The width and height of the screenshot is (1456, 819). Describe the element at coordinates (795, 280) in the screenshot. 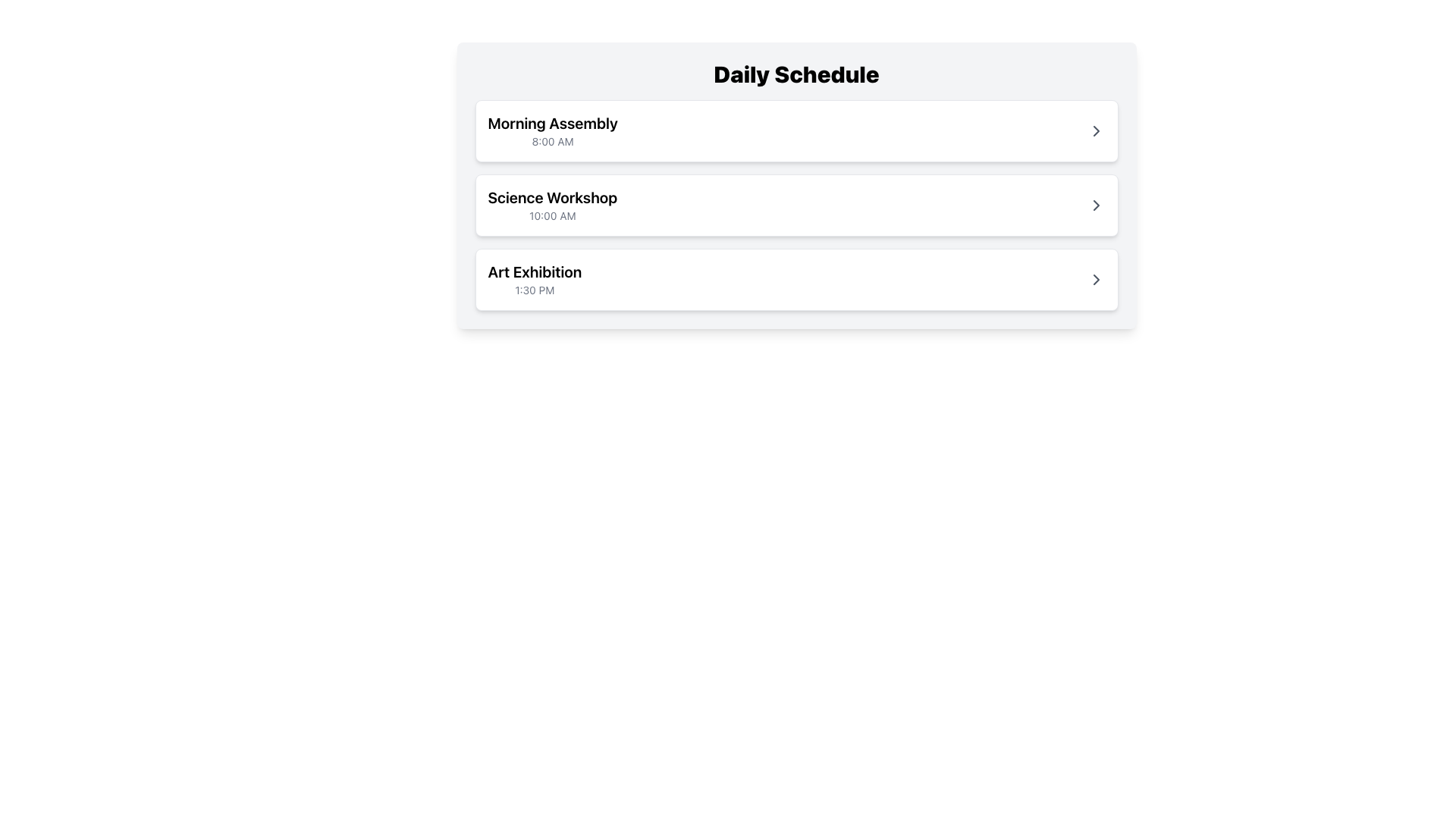

I see `the 'Art Exhibition' list item in the 'Daily Schedule' section` at that location.